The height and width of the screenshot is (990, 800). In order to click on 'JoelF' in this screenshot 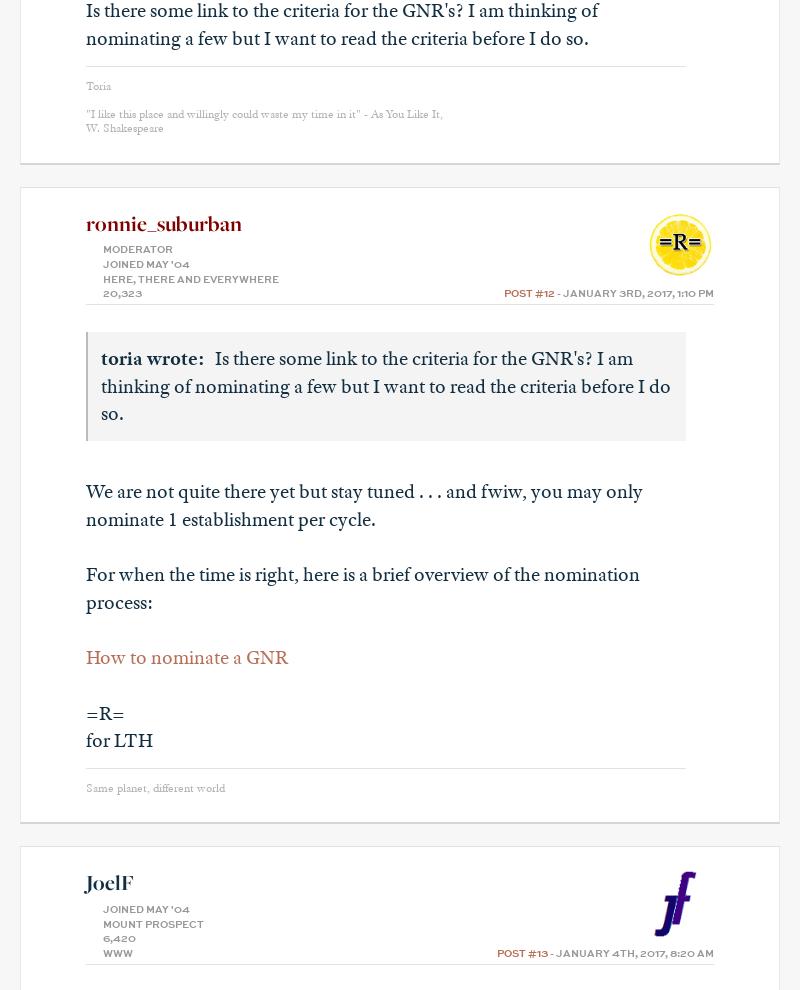, I will do `click(109, 882)`.